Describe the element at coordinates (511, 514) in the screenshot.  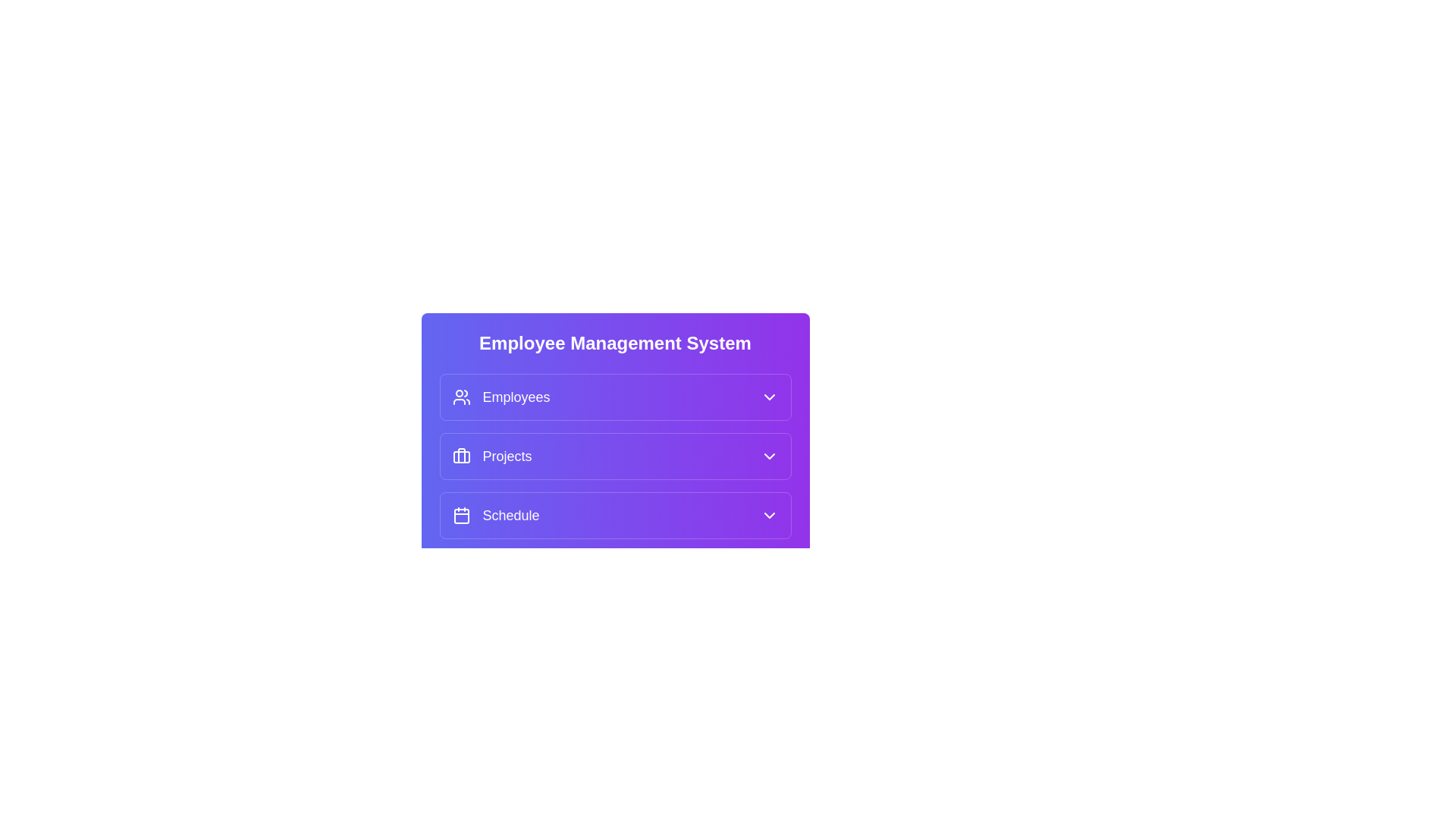
I see `'Schedule' text label located in the vertical menu section of the Employee Management System, which is the third item in the sequence` at that location.